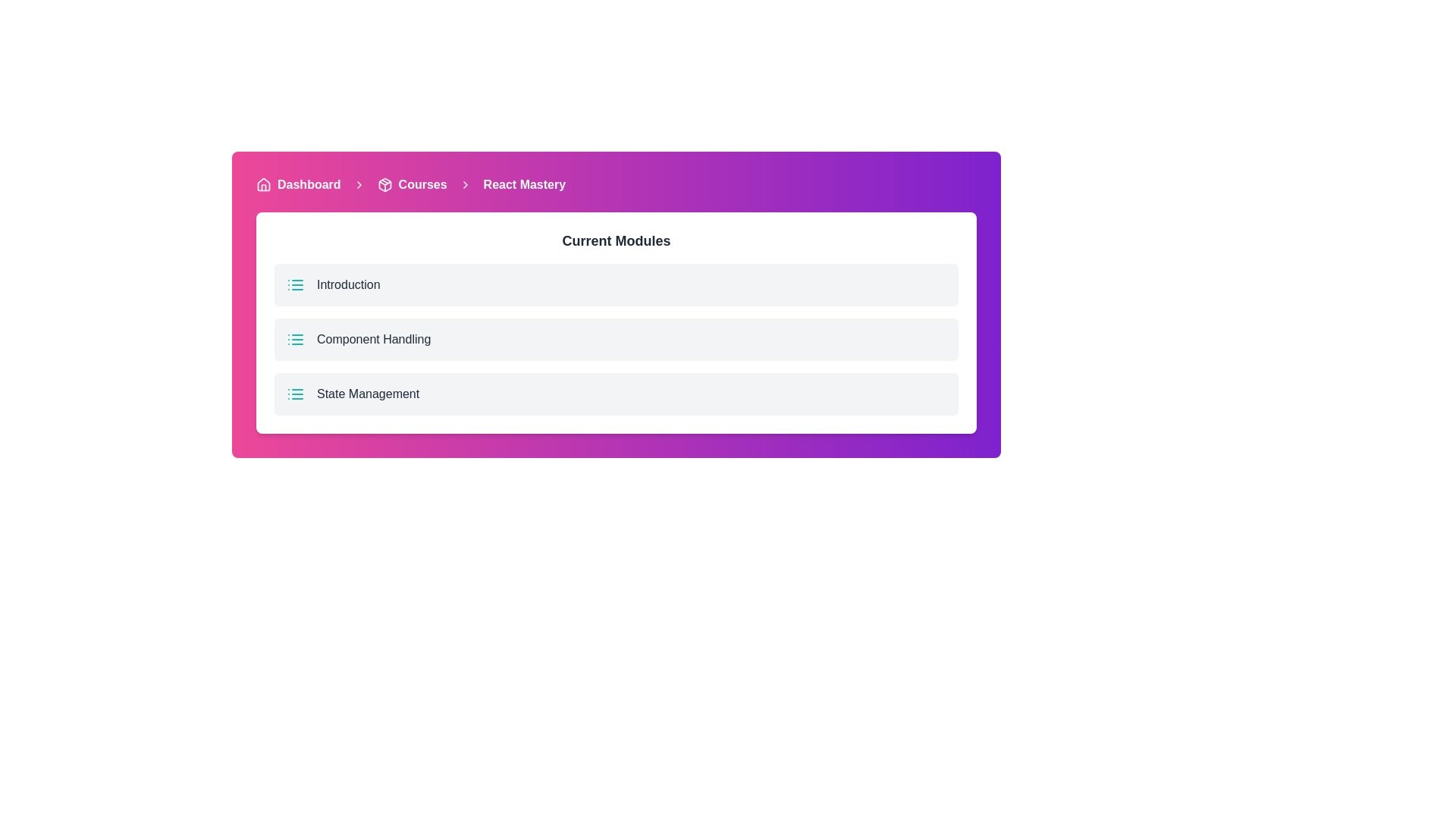 The width and height of the screenshot is (1456, 819). Describe the element at coordinates (295, 338) in the screenshot. I see `the teal-stroke SVG icon representing a list in the 'Component Handling' module card within the 'Current Modules' section` at that location.